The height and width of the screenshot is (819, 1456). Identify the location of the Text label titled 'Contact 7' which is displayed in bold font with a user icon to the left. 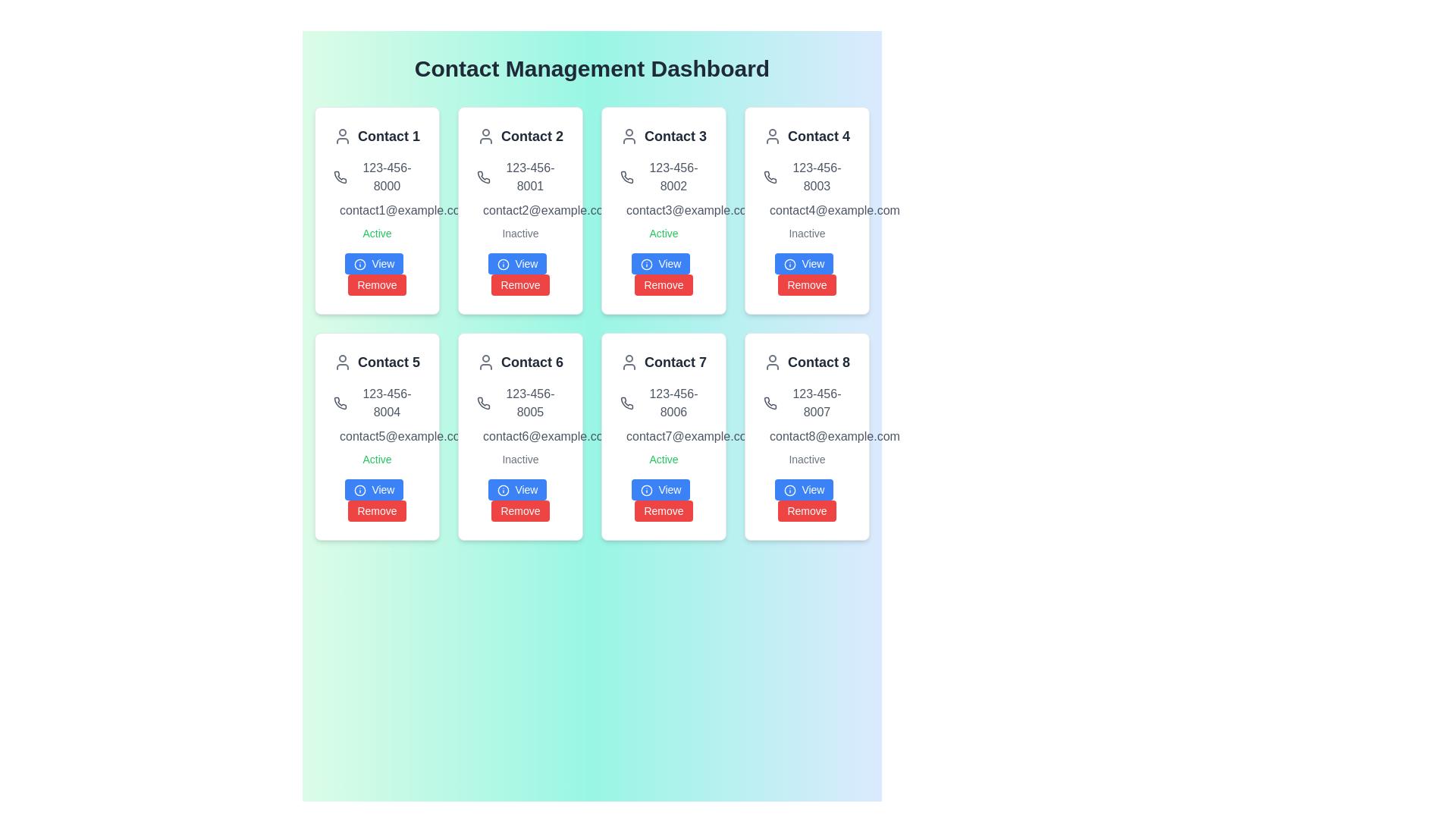
(664, 362).